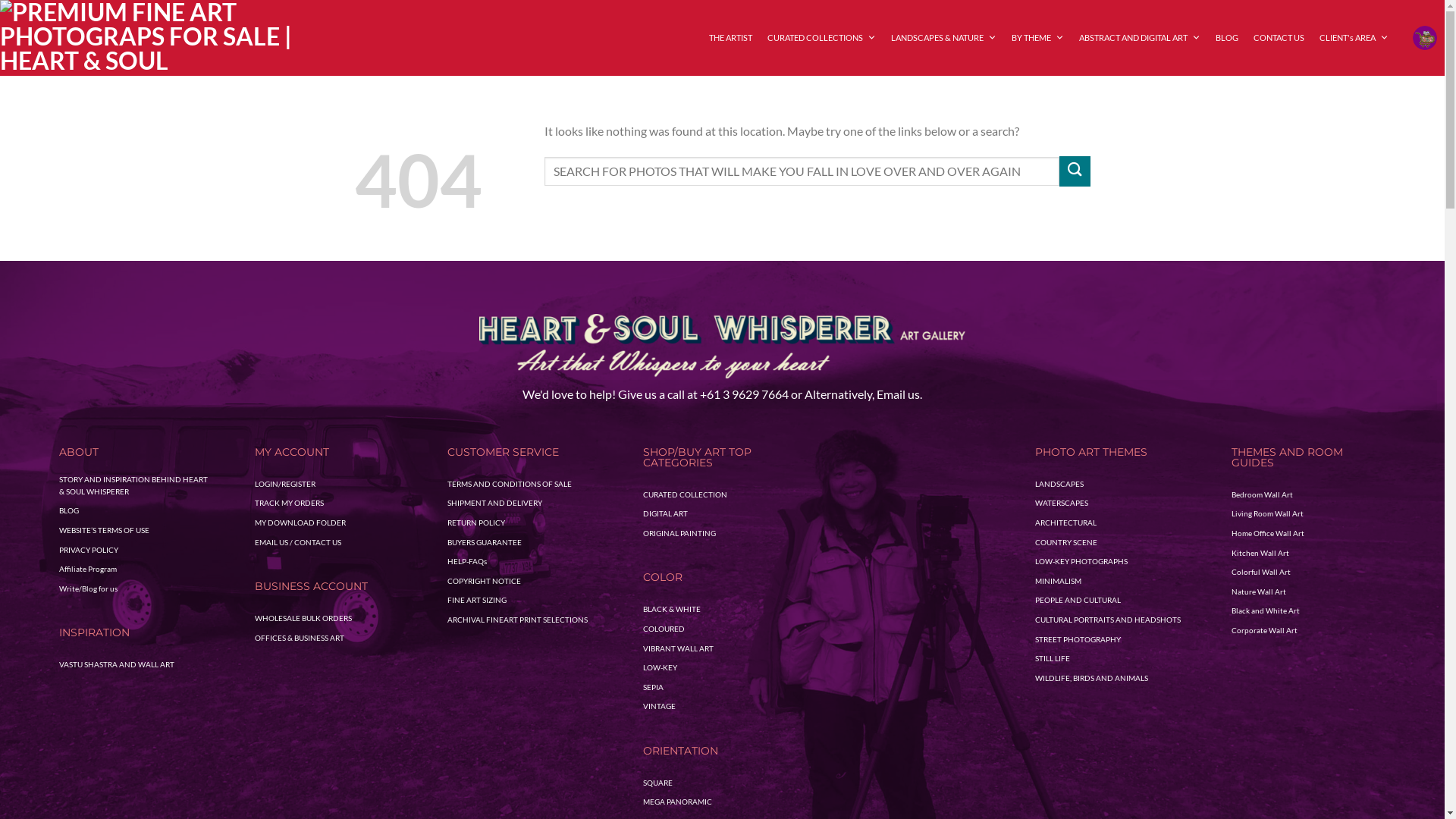 The image size is (1456, 819). What do you see at coordinates (447, 561) in the screenshot?
I see `'HELP-FAQs'` at bounding box center [447, 561].